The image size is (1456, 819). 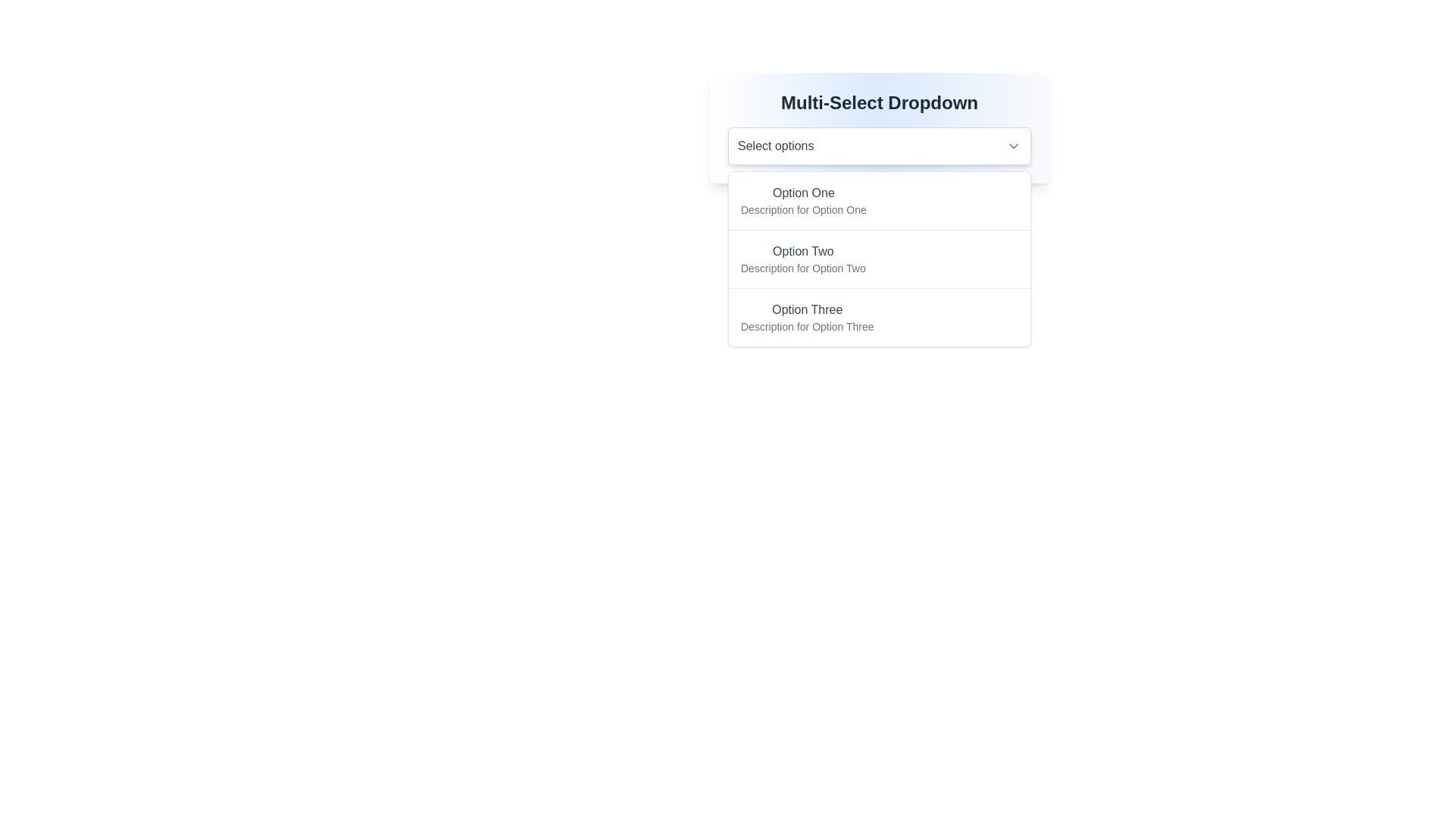 What do you see at coordinates (806, 309) in the screenshot?
I see `the text label indicating the third option in the multi-select dropdown, which conveys the option's name to users` at bounding box center [806, 309].